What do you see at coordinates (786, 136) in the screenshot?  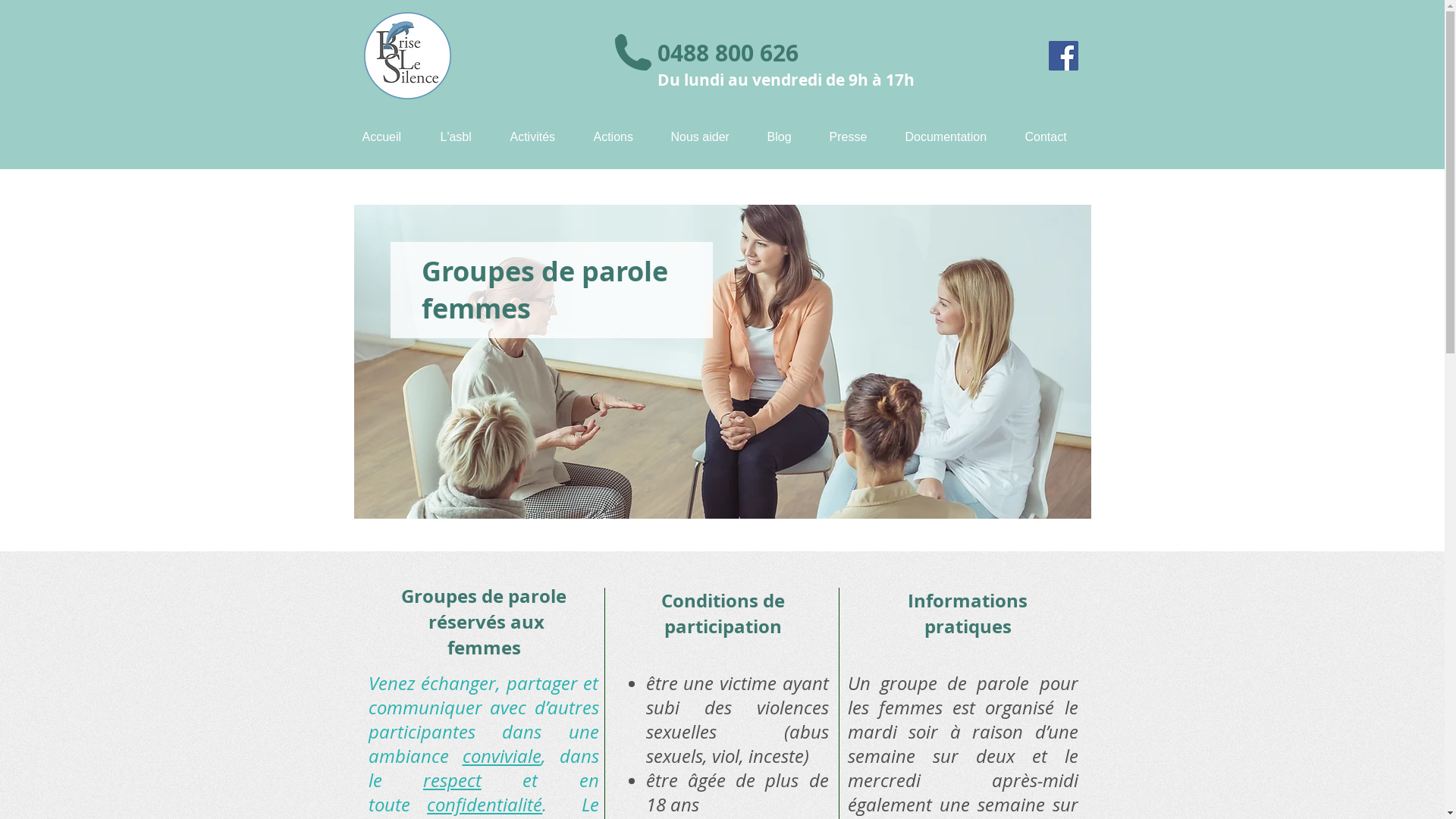 I see `'Blog'` at bounding box center [786, 136].